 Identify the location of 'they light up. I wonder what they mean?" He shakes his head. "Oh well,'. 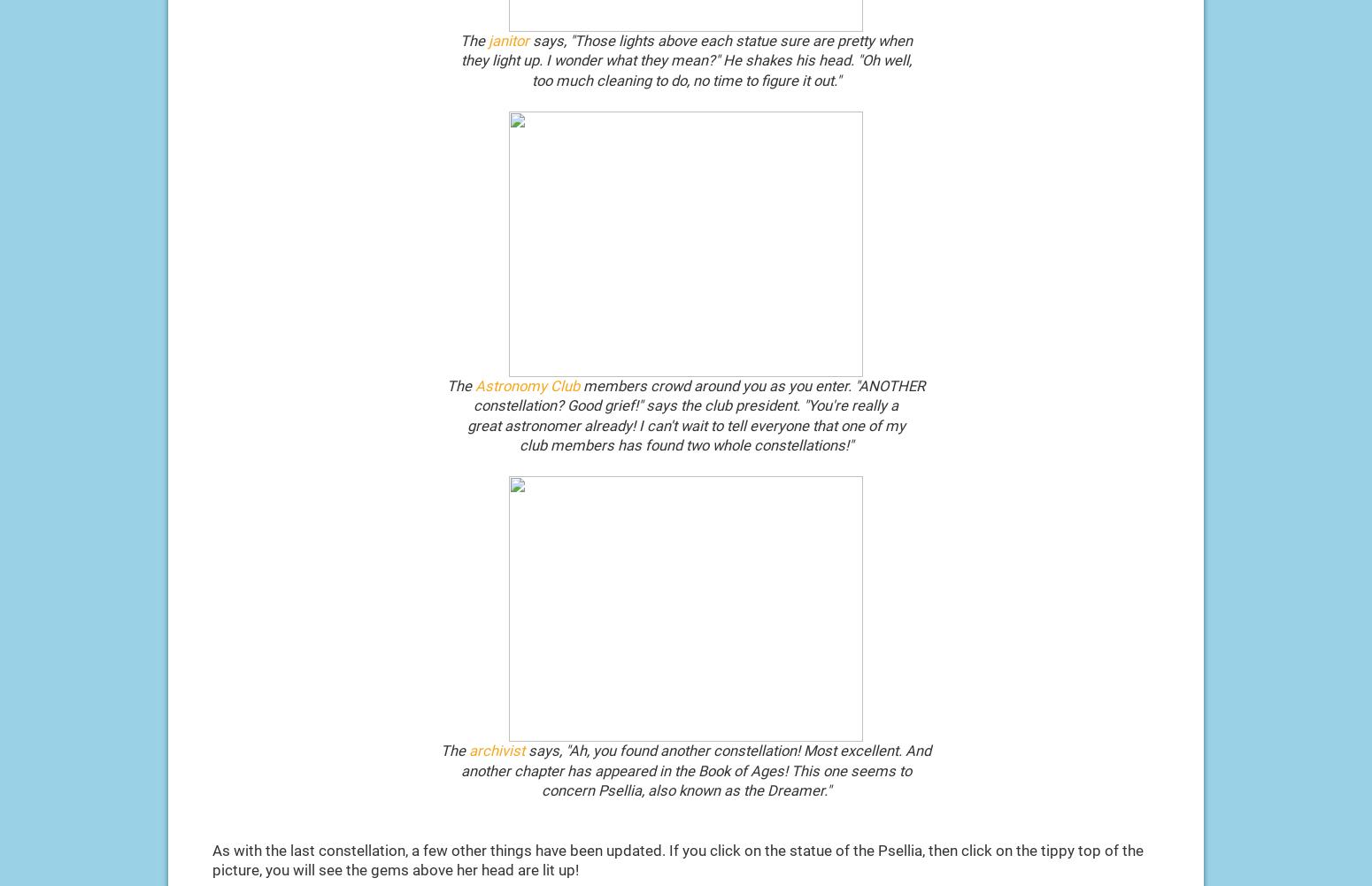
(685, 60).